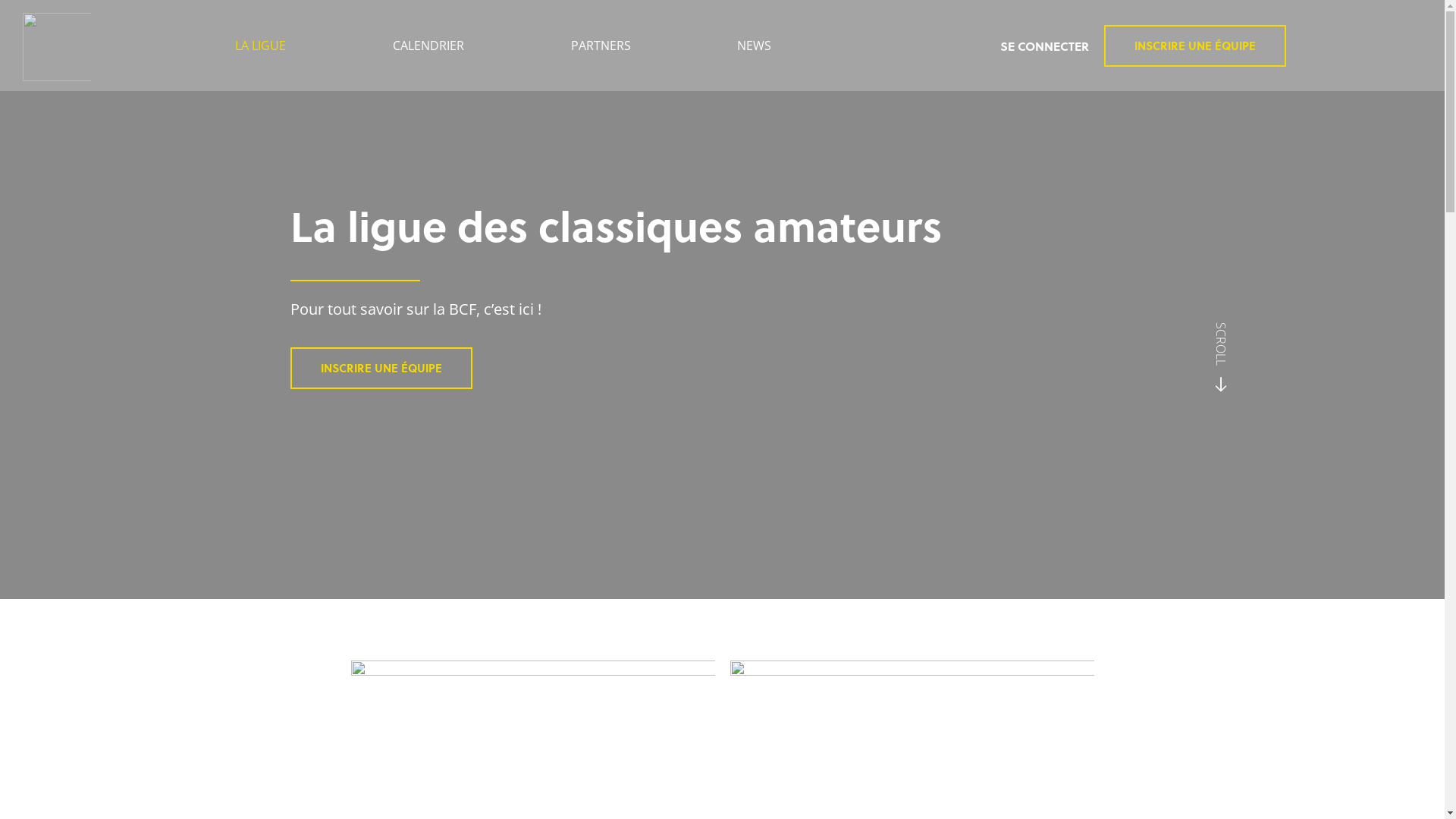  What do you see at coordinates (428, 45) in the screenshot?
I see `'CALENDRIER'` at bounding box center [428, 45].